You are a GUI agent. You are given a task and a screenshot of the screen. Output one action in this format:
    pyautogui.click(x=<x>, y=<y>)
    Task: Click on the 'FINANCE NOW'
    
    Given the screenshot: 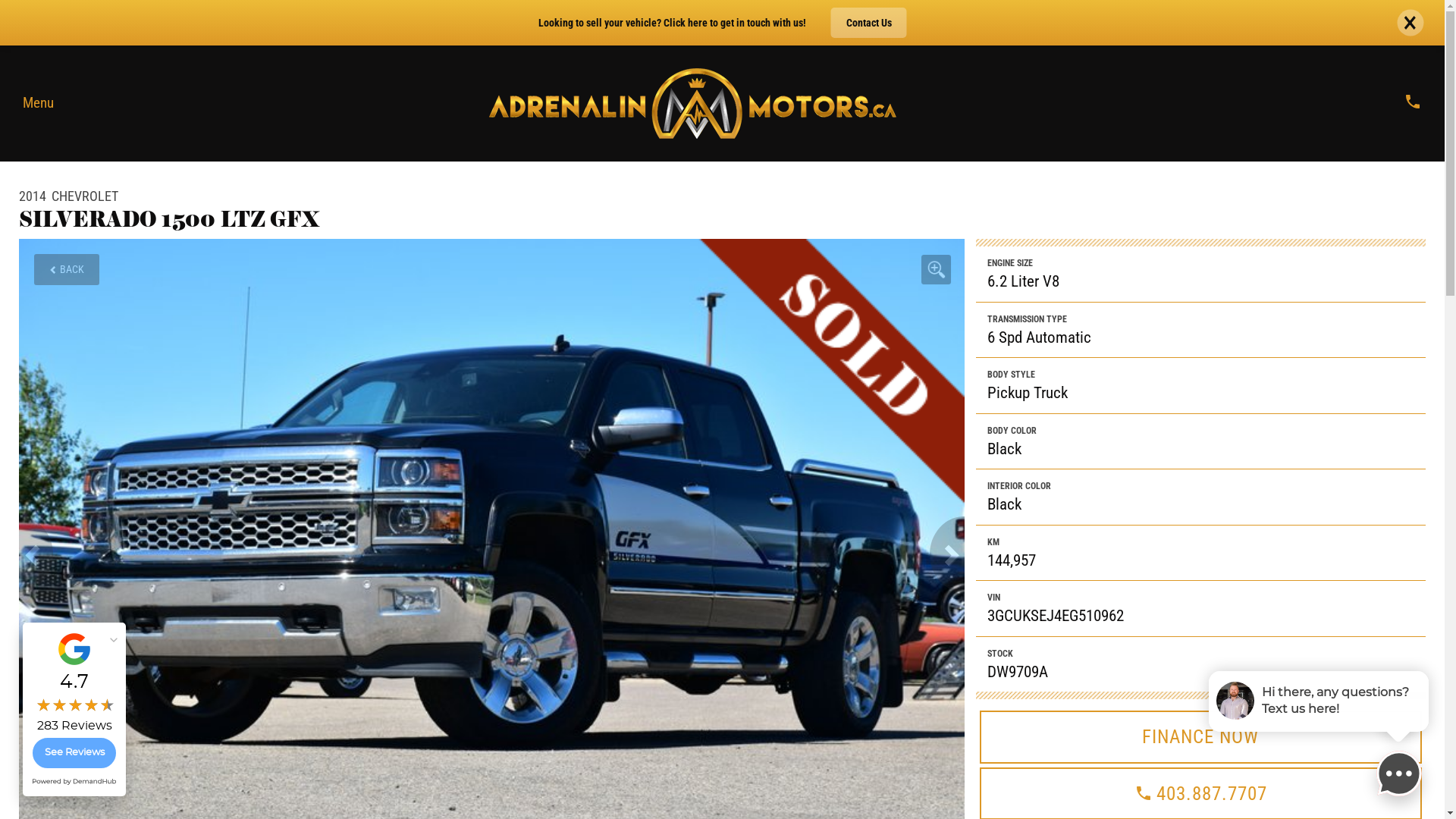 What is the action you would take?
    pyautogui.click(x=1200, y=736)
    